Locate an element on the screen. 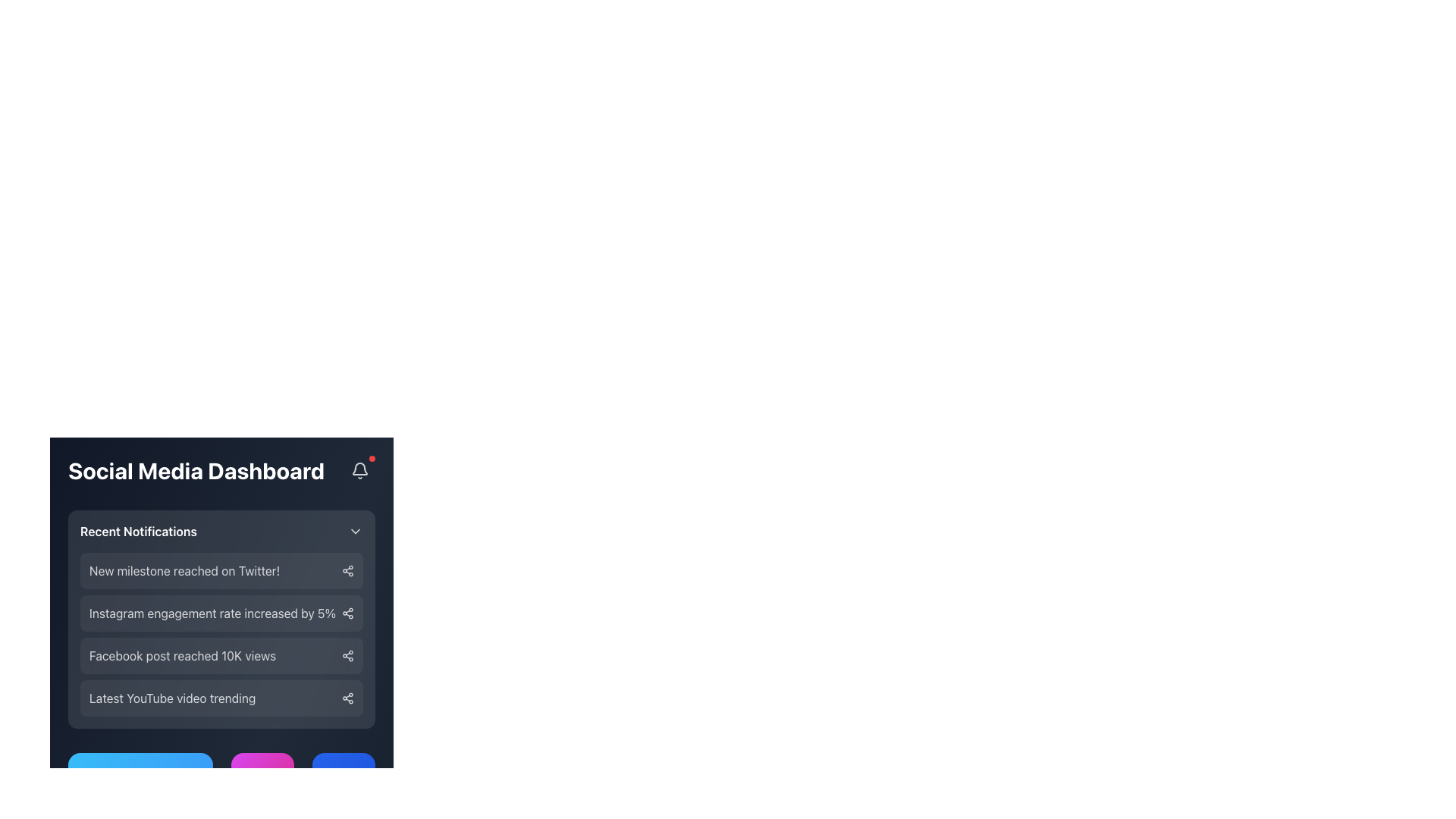 The height and width of the screenshot is (819, 1456). the second item in the vertical list of notifications, which displays information about a social media metric is located at coordinates (212, 613).